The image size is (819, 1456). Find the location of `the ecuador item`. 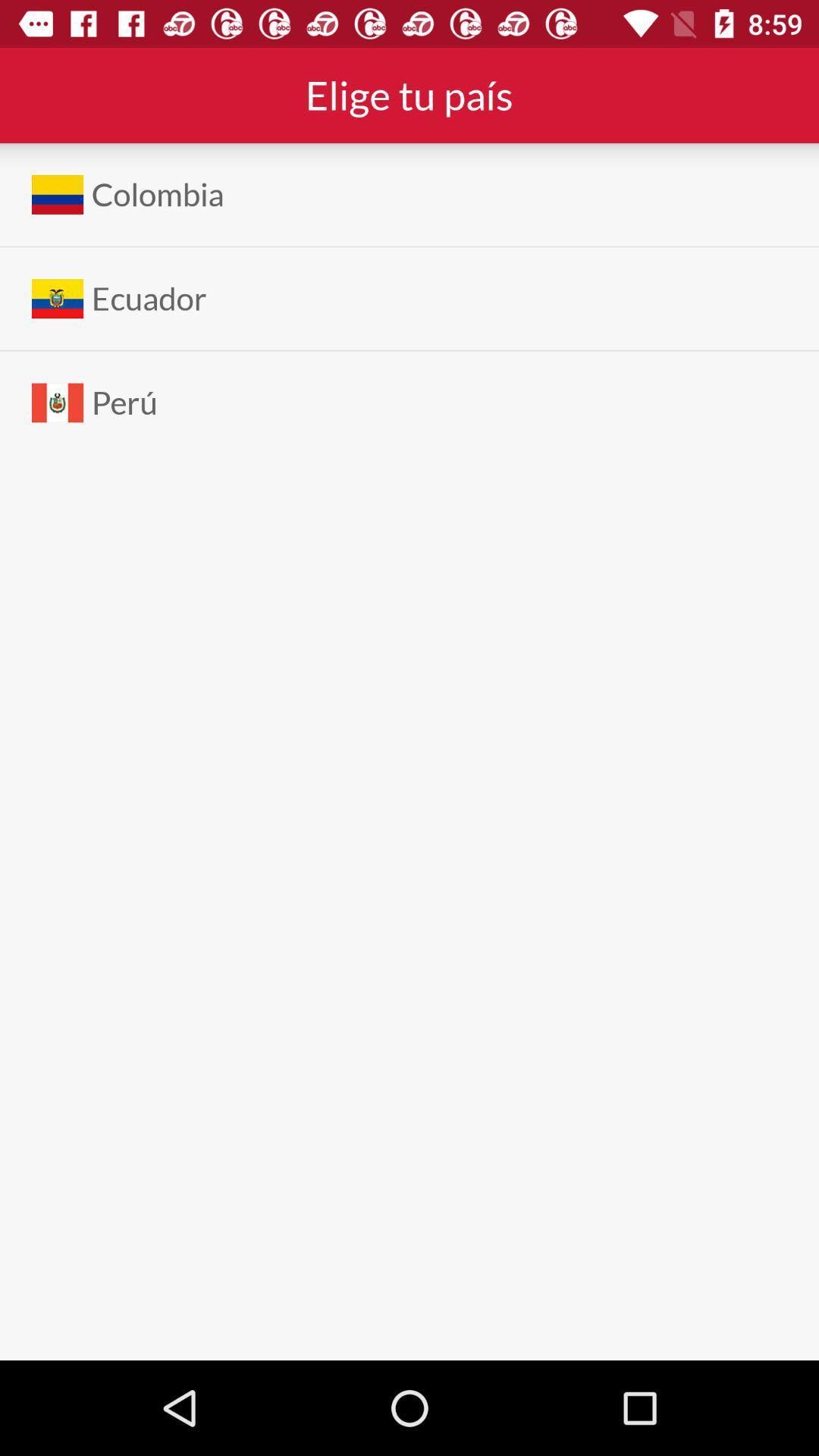

the ecuador item is located at coordinates (149, 299).